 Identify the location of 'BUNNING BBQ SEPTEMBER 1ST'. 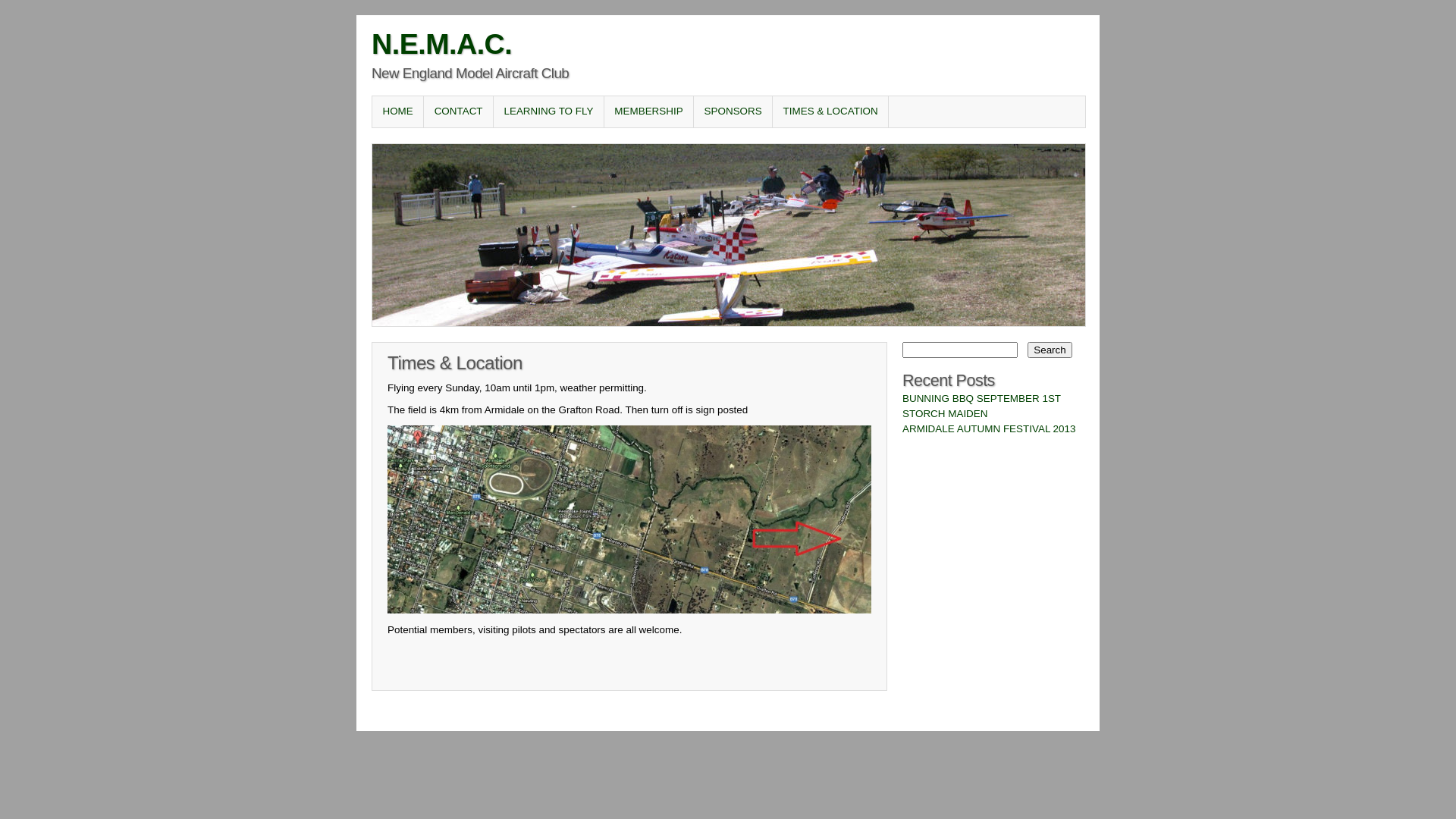
(981, 397).